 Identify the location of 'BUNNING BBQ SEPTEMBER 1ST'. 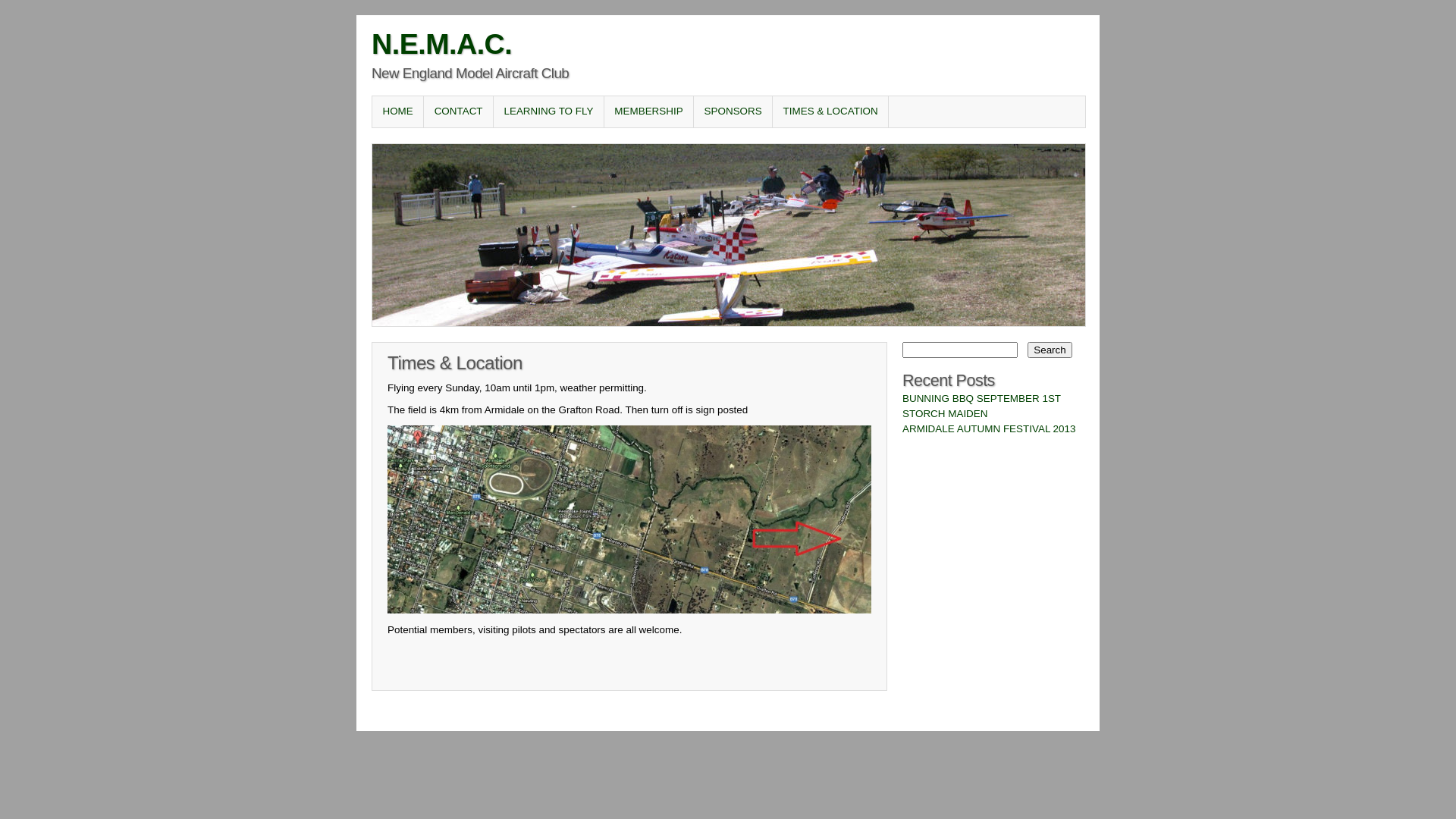
(981, 397).